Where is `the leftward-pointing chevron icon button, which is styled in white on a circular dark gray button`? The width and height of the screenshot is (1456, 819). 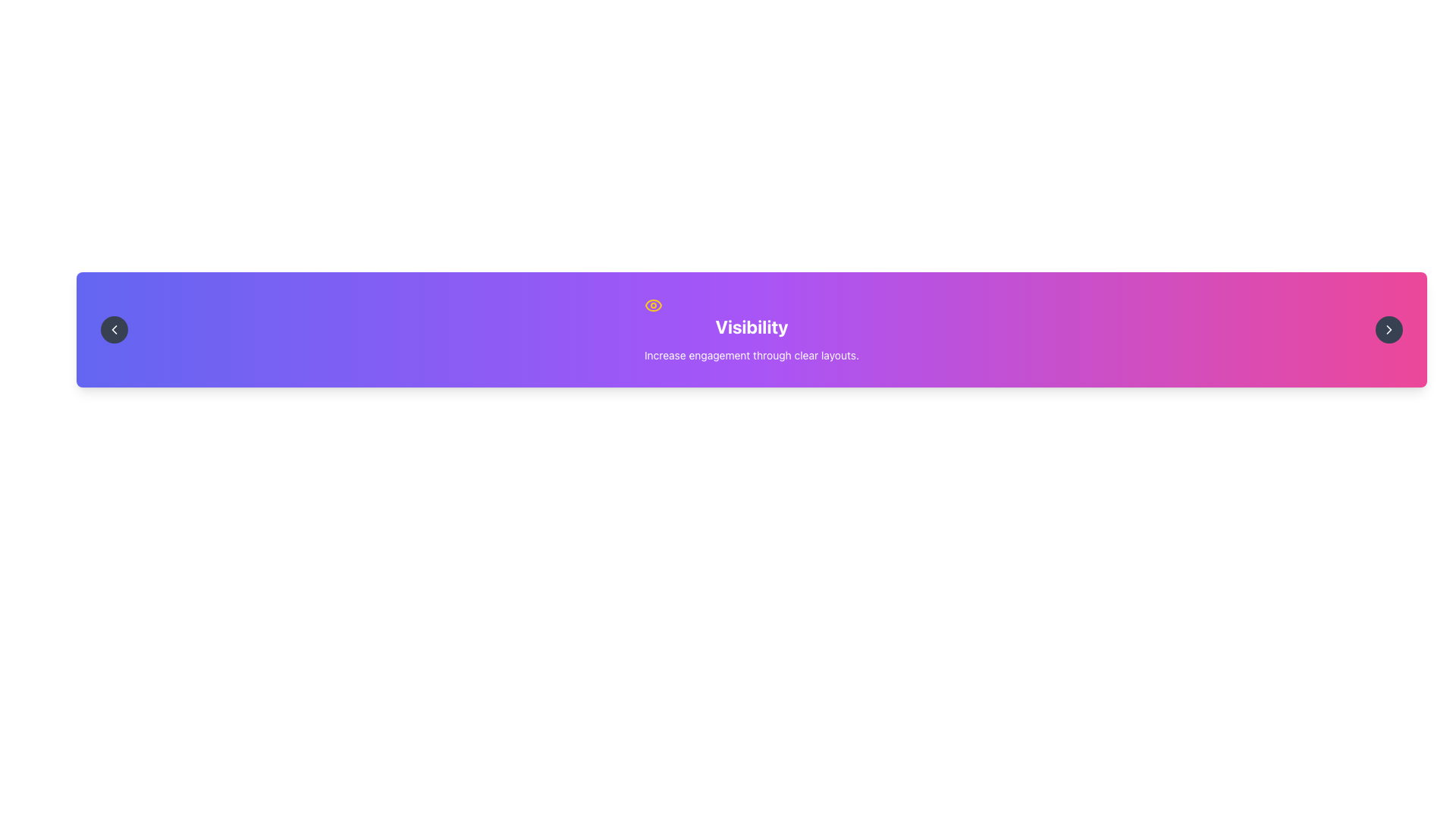
the leftward-pointing chevron icon button, which is styled in white on a circular dark gray button is located at coordinates (113, 329).